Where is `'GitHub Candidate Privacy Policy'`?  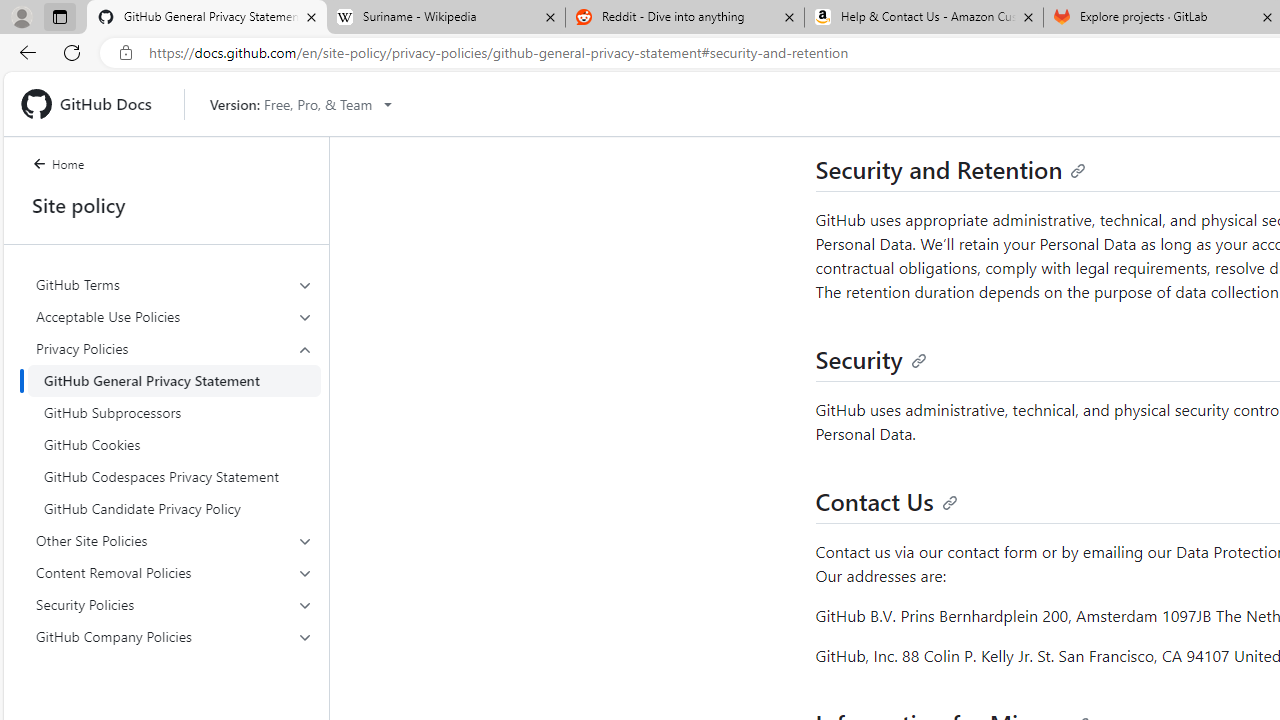
'GitHub Candidate Privacy Policy' is located at coordinates (174, 508).